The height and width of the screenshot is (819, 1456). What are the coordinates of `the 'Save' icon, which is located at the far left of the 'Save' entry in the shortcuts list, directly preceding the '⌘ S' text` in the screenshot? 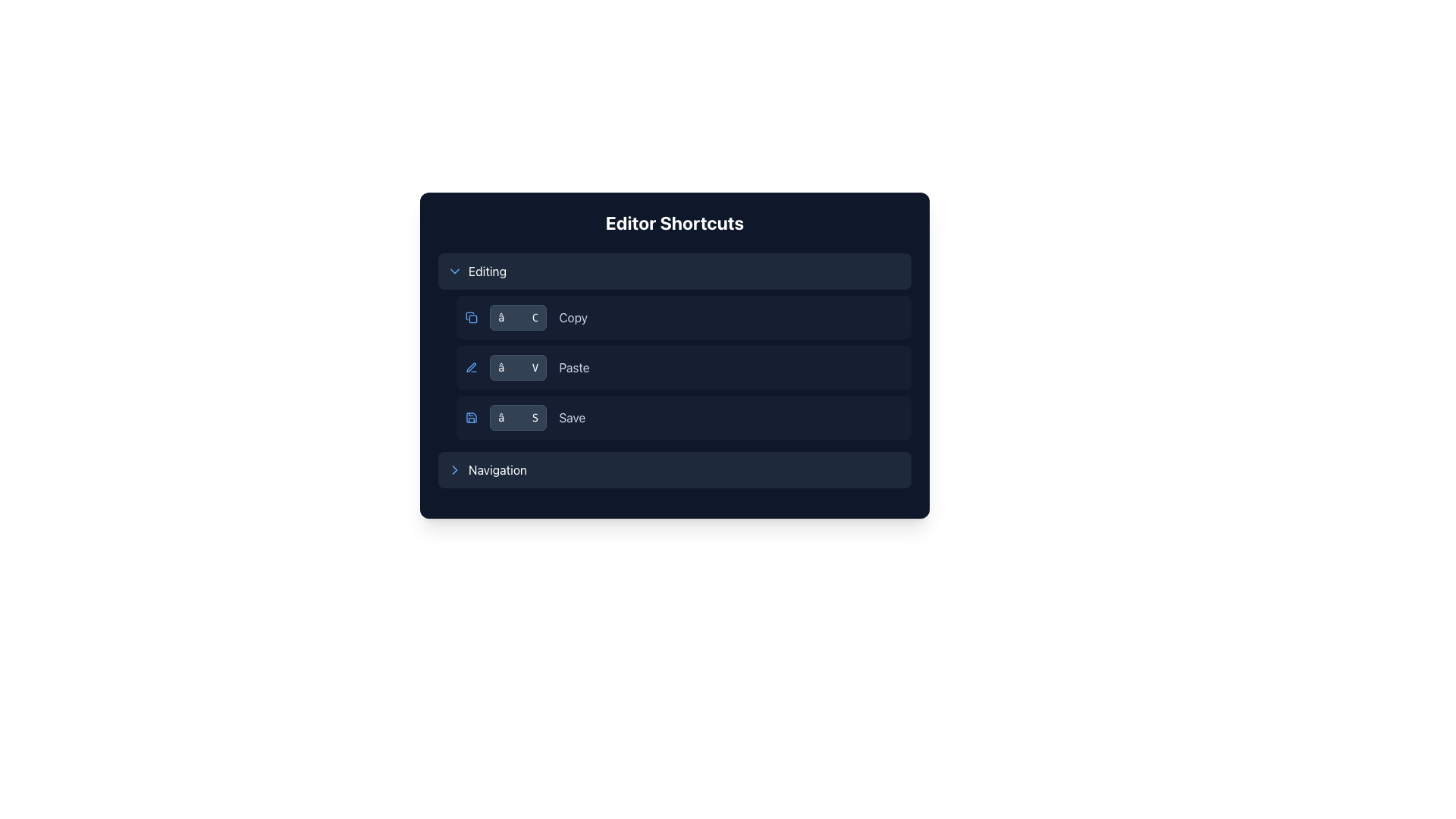 It's located at (471, 418).